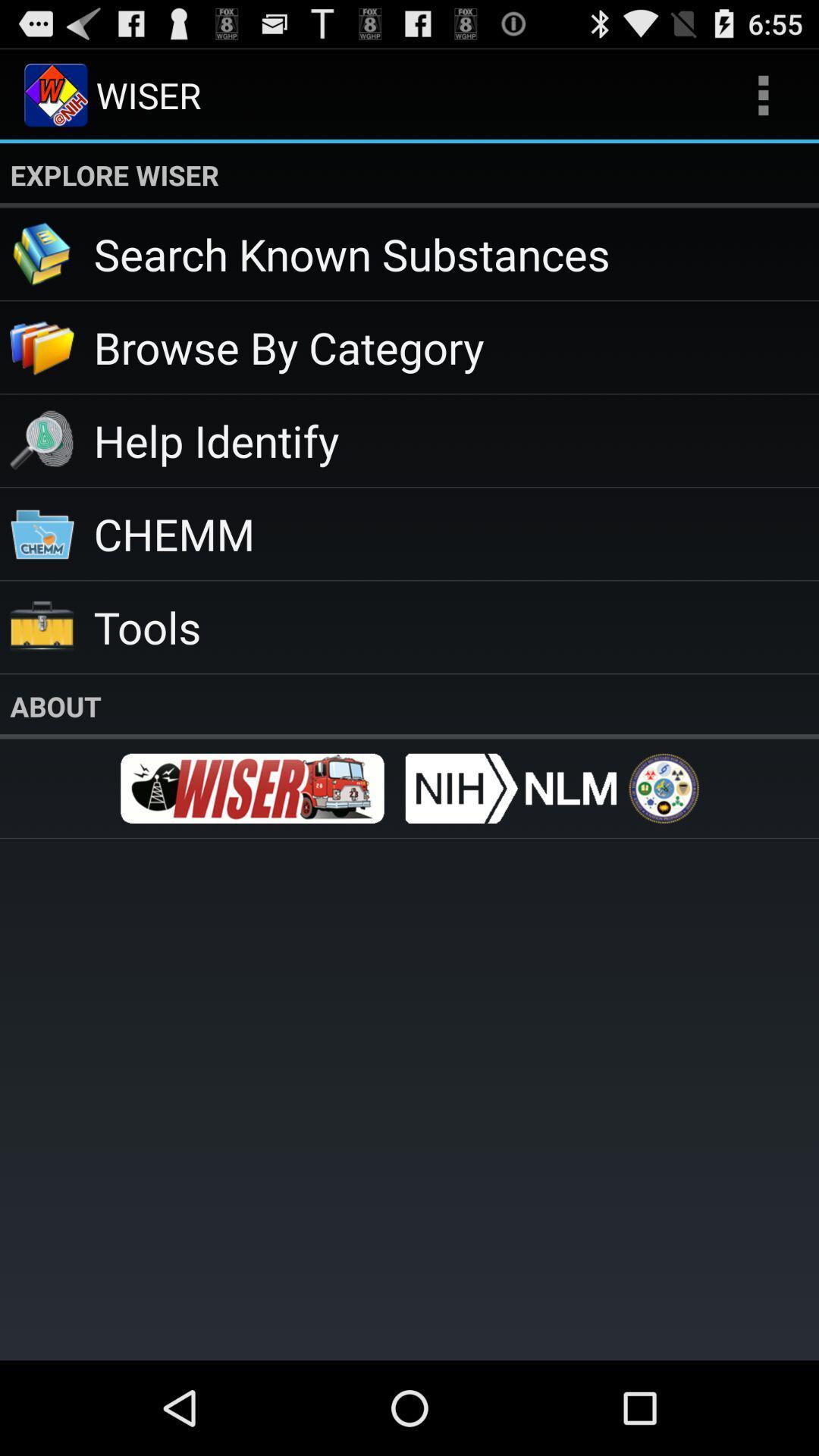 Image resolution: width=819 pixels, height=1456 pixels. I want to click on the about, so click(409, 705).